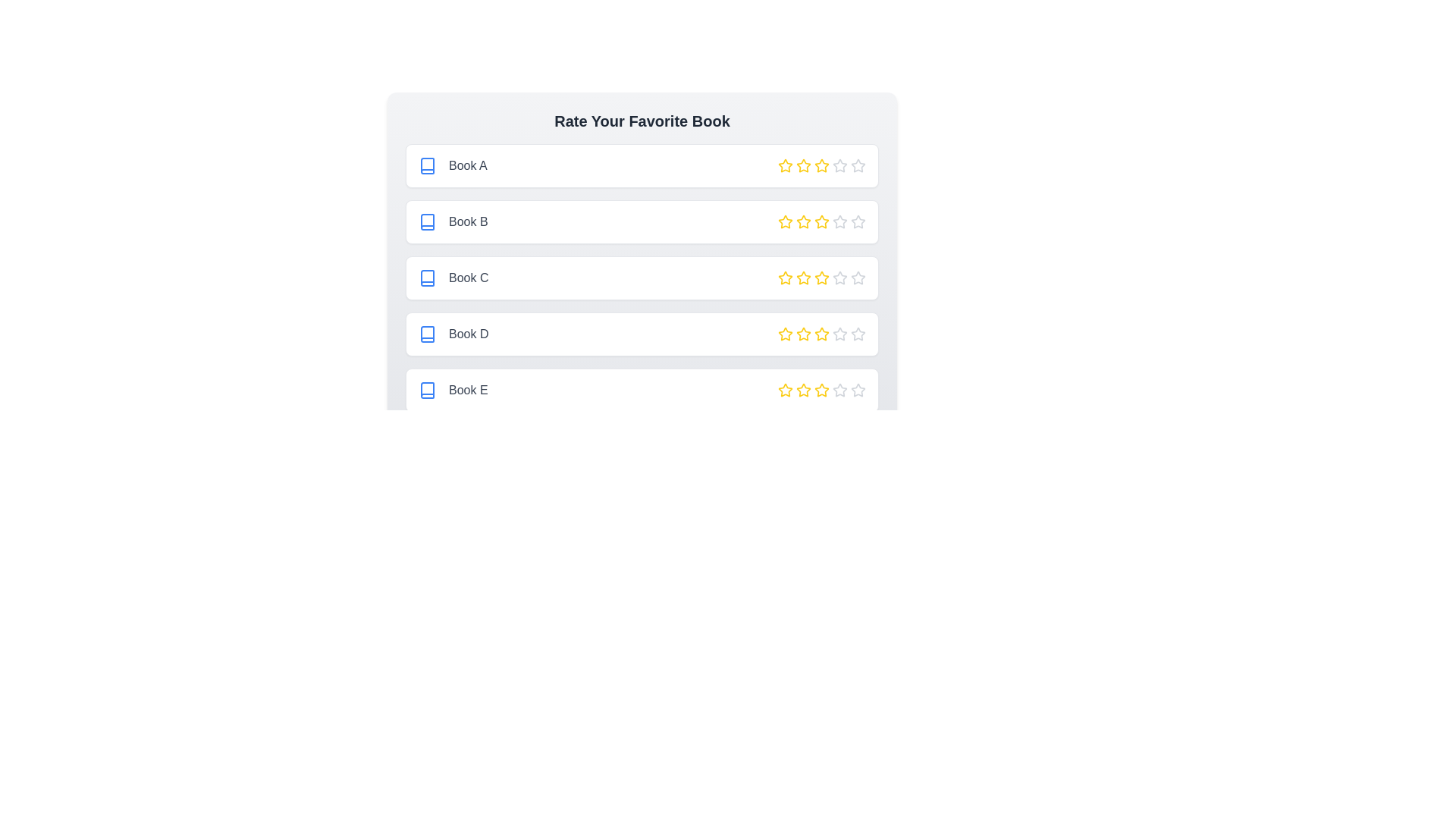 This screenshot has height=819, width=1456. Describe the element at coordinates (453, 278) in the screenshot. I see `the book name Book C to focus or interact with the text` at that location.